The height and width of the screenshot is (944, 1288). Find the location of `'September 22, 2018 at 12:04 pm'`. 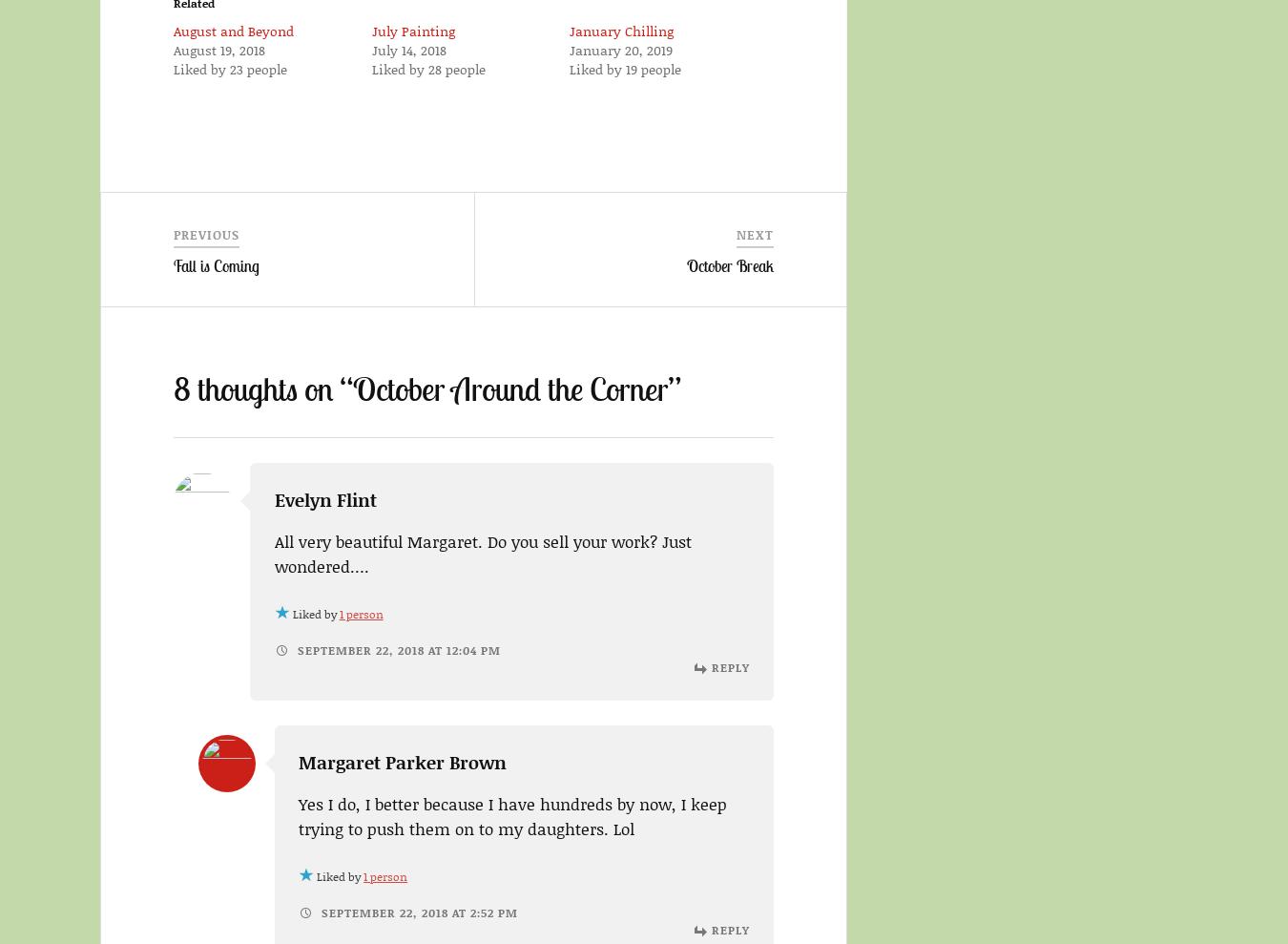

'September 22, 2018 at 12:04 pm' is located at coordinates (396, 649).